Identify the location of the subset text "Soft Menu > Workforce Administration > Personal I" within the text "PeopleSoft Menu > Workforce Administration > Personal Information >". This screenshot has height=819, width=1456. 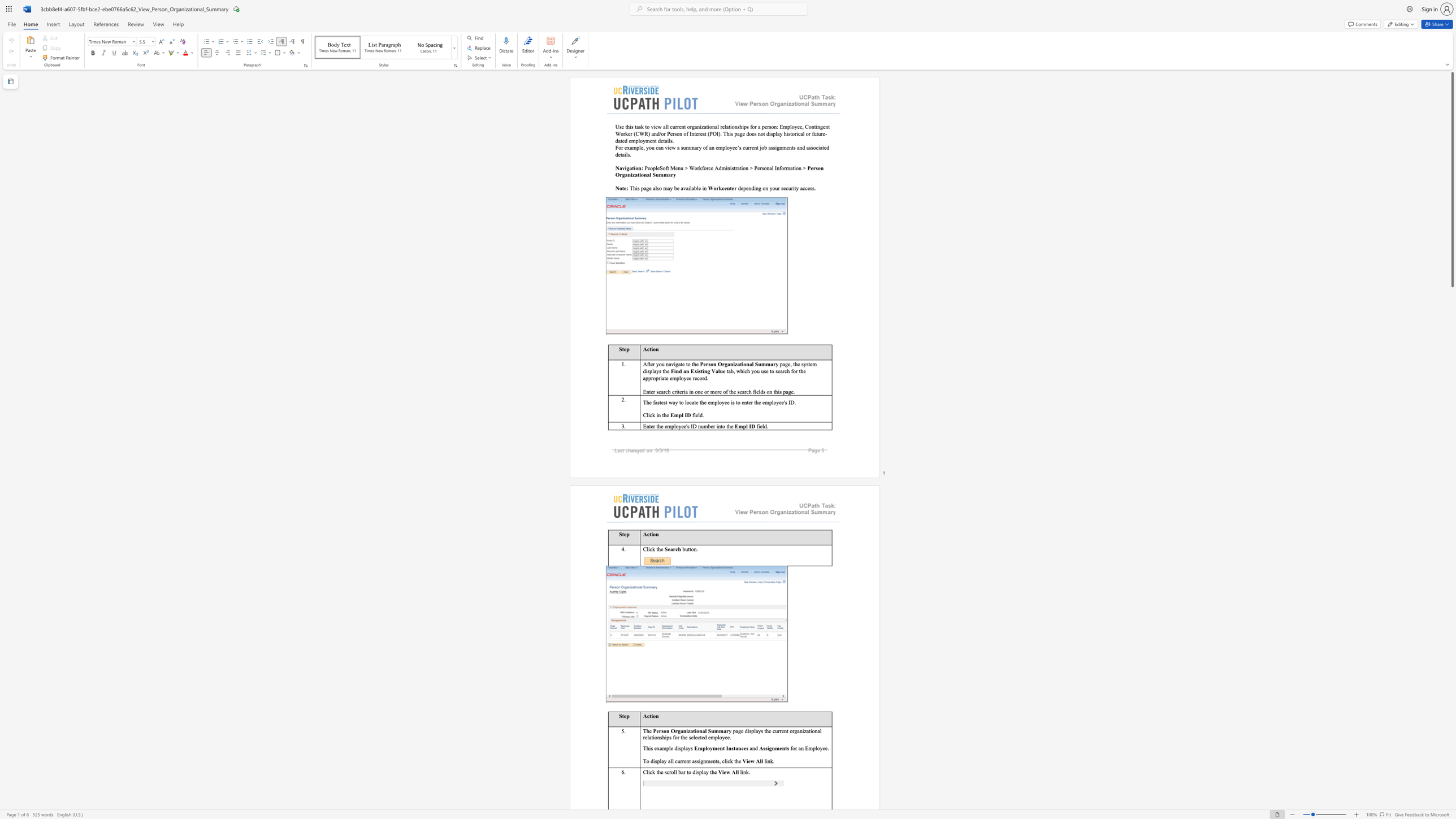
(658, 168).